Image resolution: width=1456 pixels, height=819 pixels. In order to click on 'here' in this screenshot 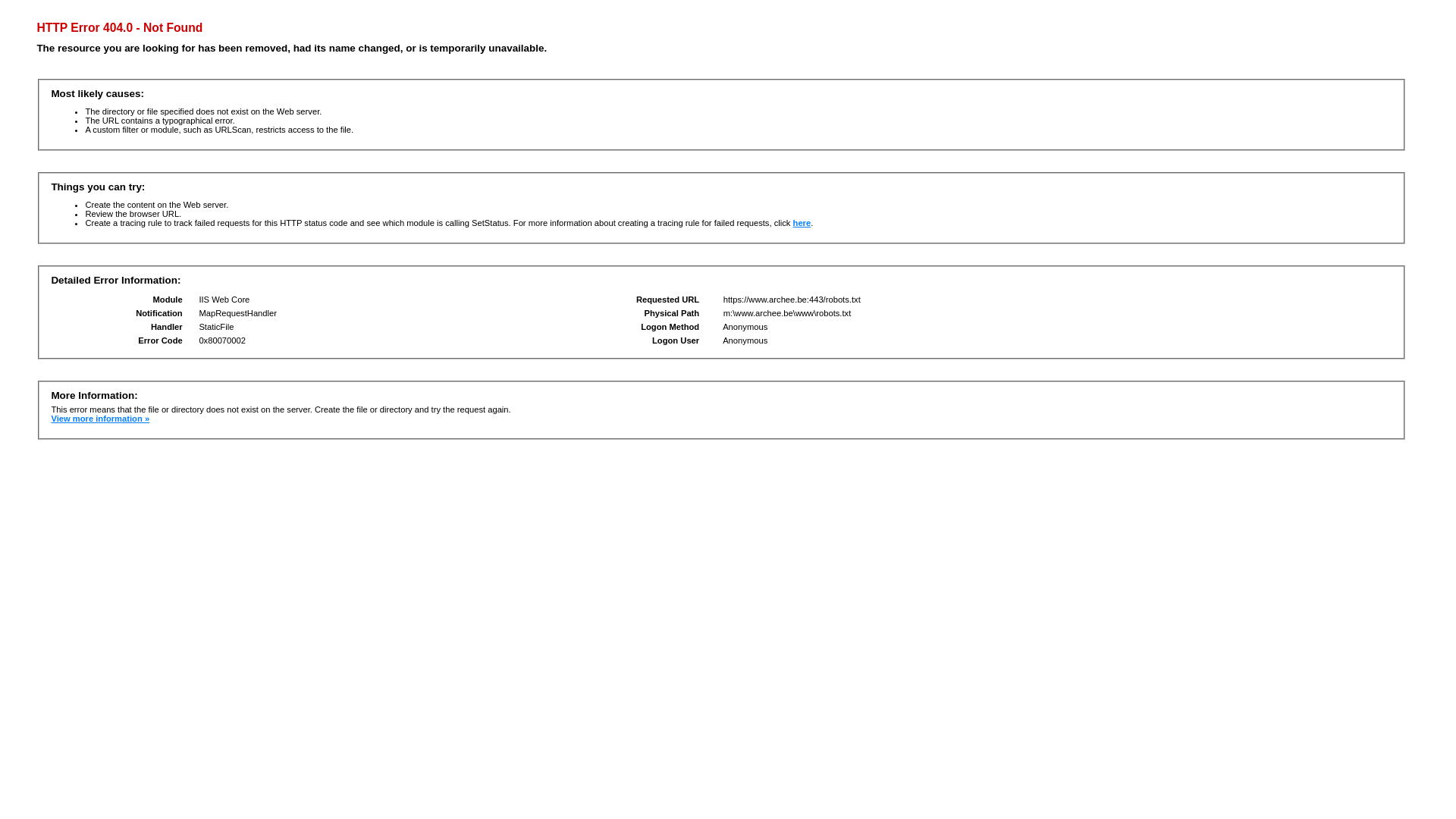, I will do `click(801, 222)`.